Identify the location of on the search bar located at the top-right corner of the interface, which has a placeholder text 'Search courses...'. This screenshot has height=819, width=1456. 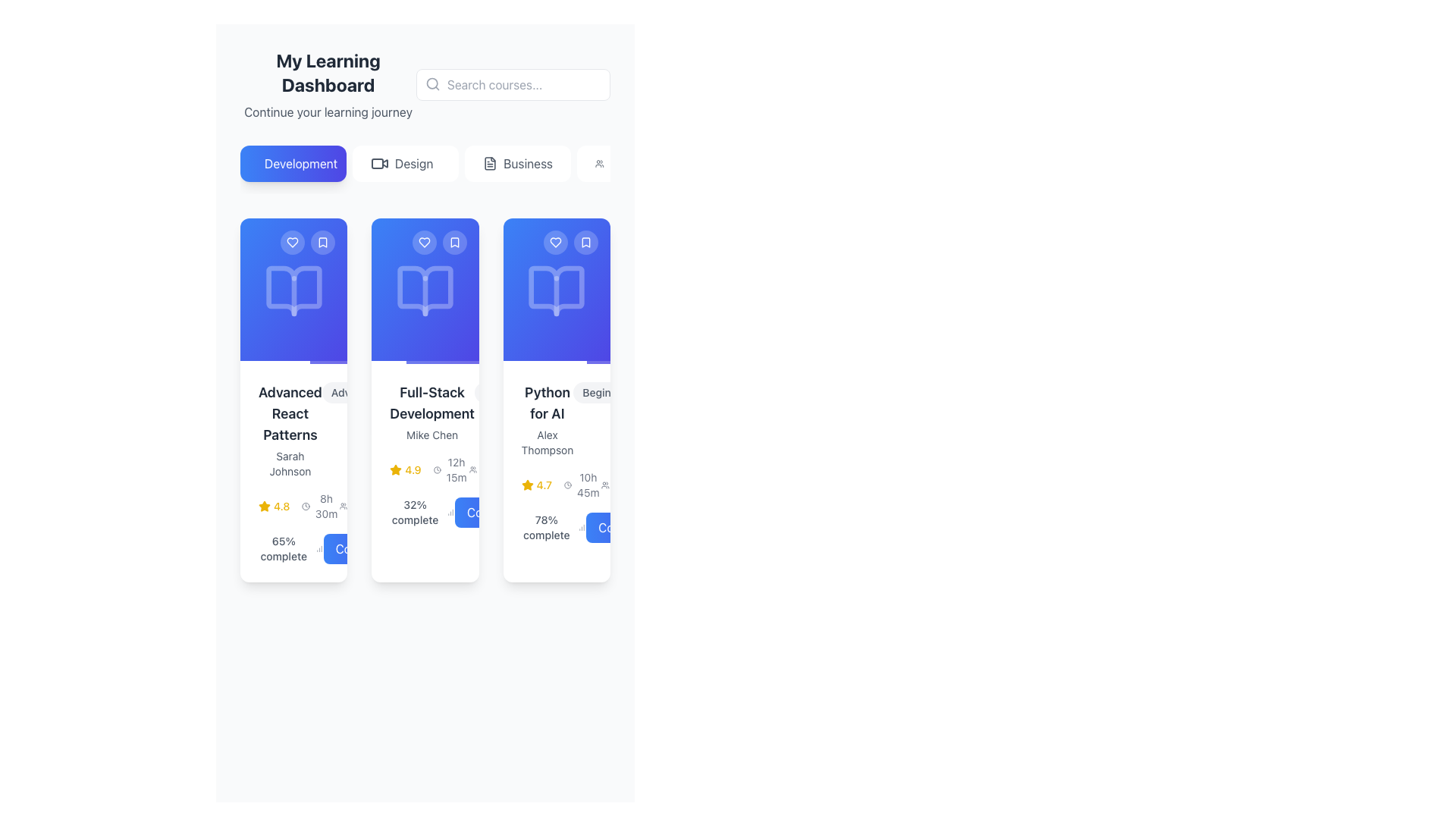
(513, 84).